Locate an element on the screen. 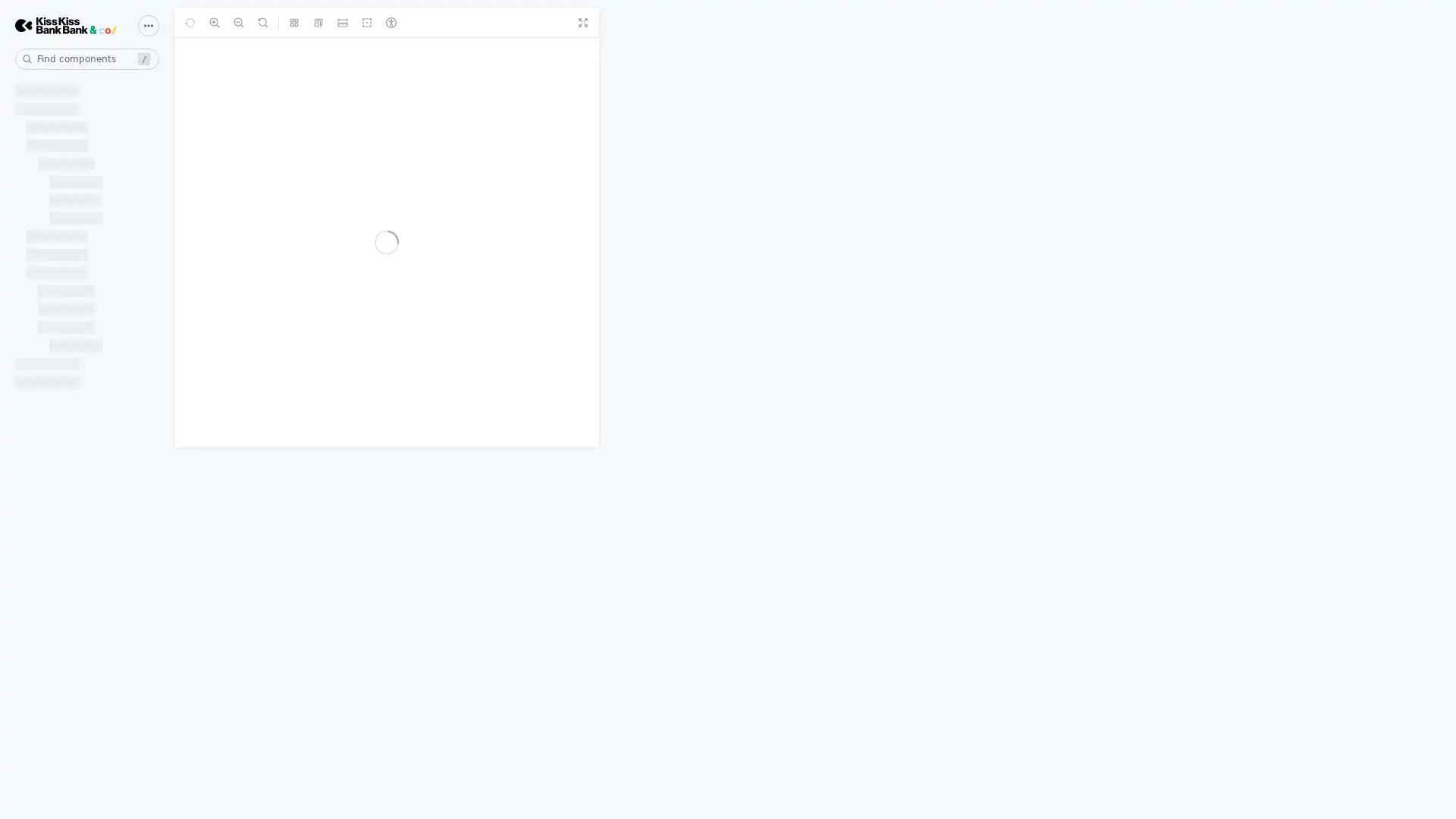 This screenshot has height=819, width=1456. expand is located at coordinates (152, 183).